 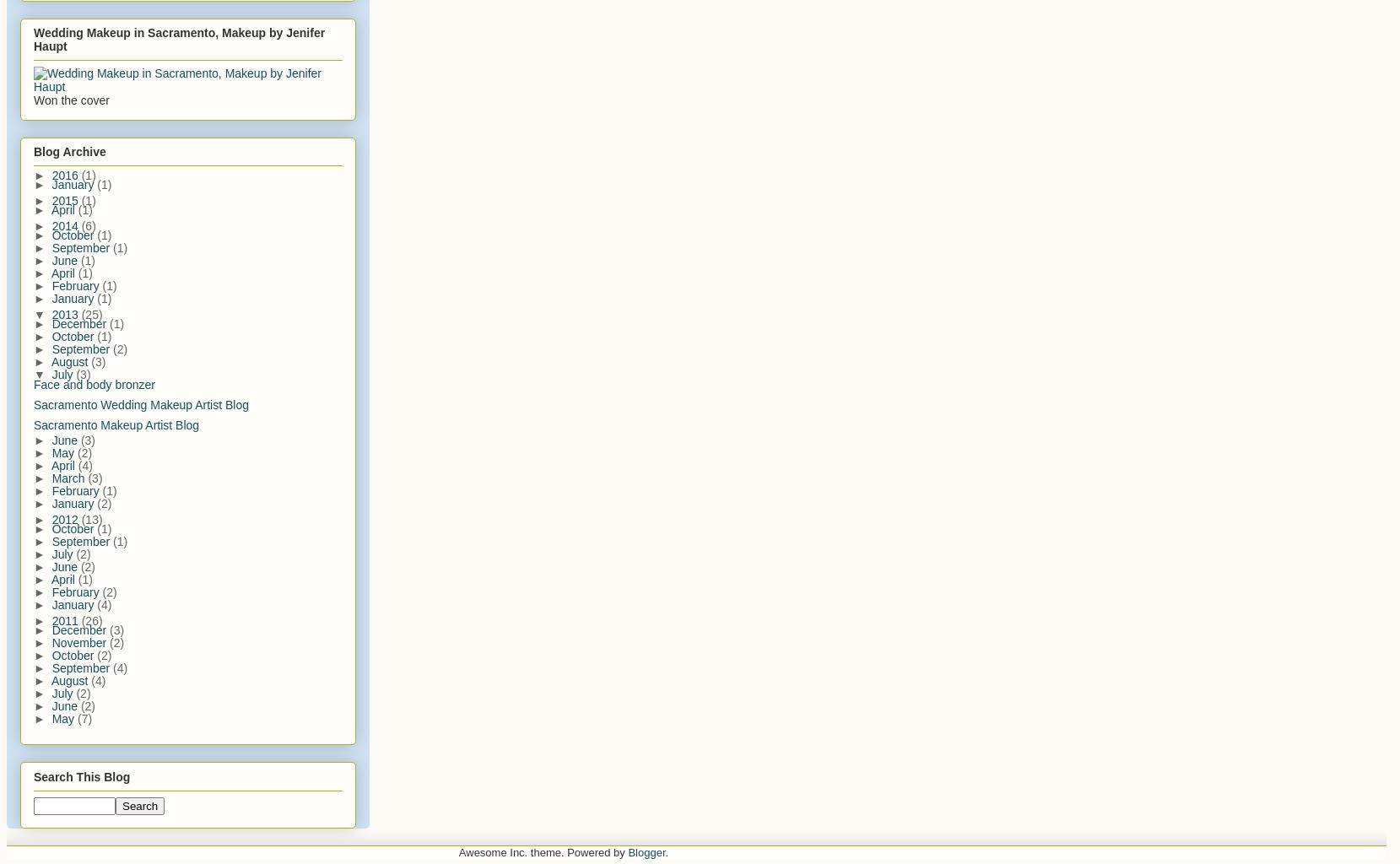 What do you see at coordinates (87, 224) in the screenshot?
I see `'(6)'` at bounding box center [87, 224].